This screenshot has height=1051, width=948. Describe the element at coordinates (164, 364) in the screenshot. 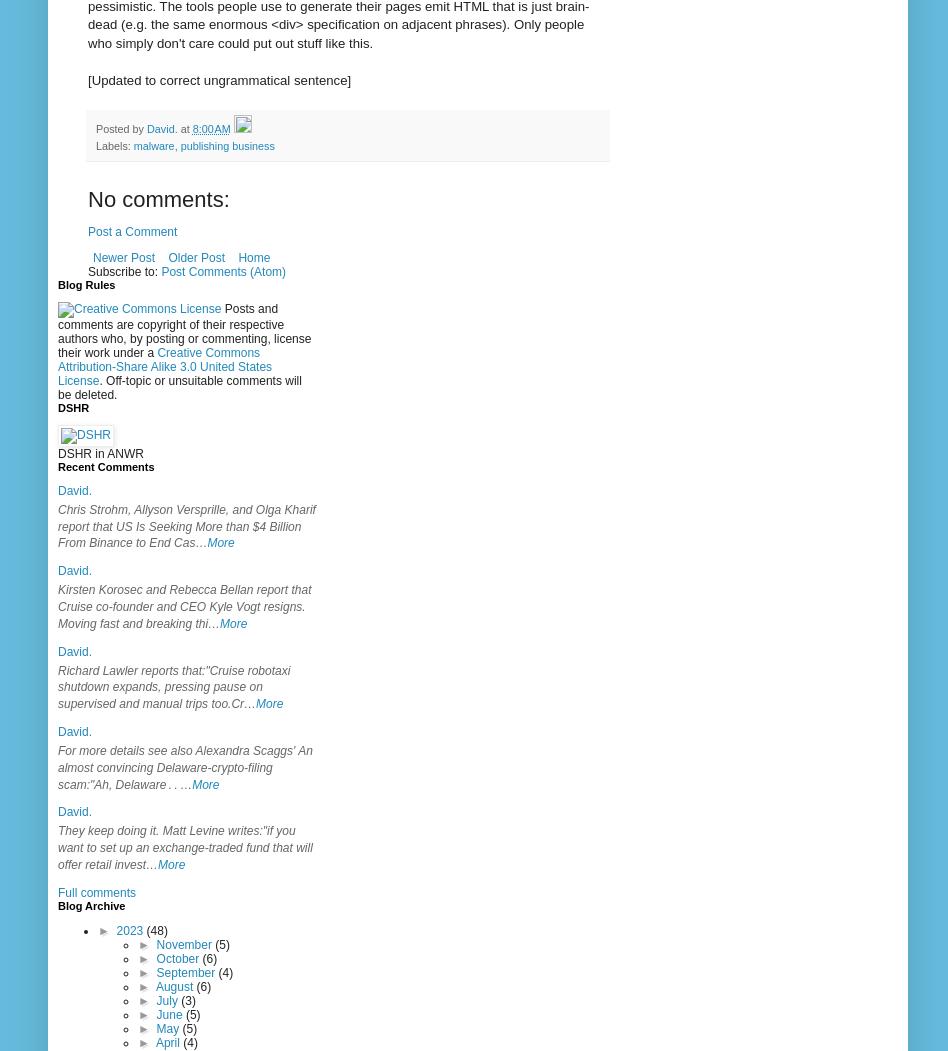

I see `'Creative Commons Attribution-Share Alike 3.0 United States License'` at that location.